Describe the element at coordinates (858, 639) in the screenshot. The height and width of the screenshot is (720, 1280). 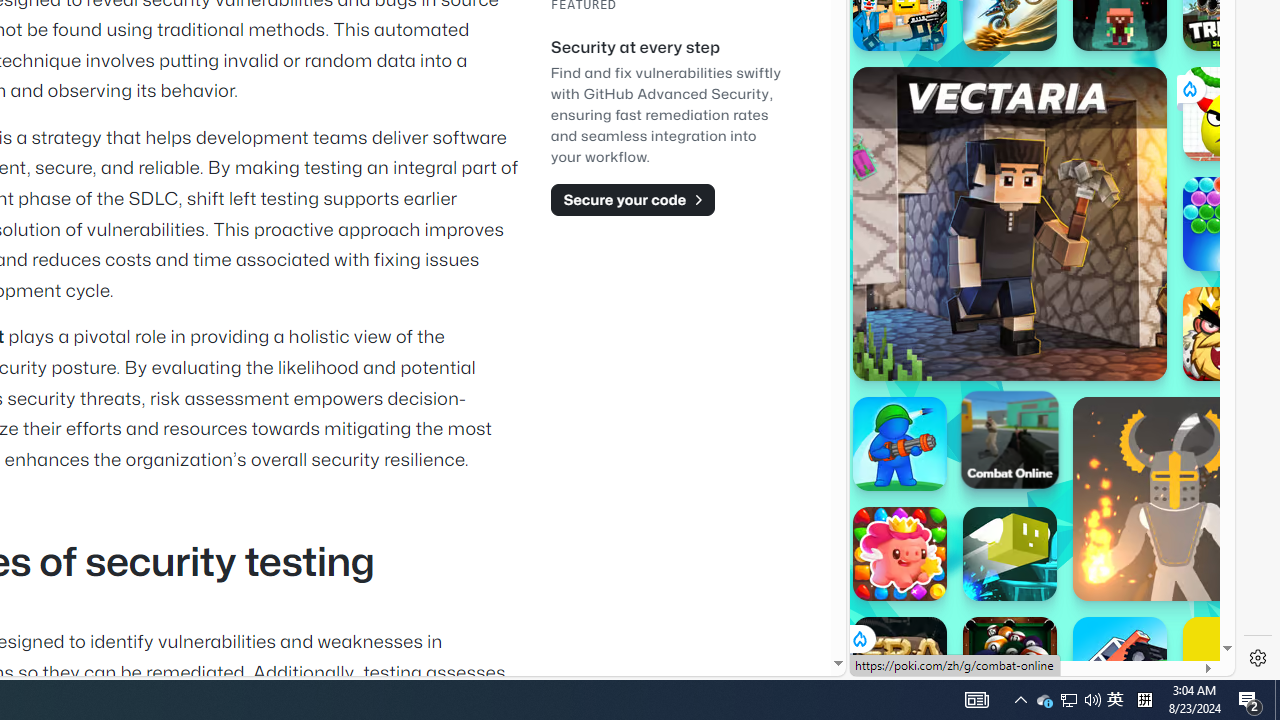
I see `'Class: rCs5cyEiqiTpYvt_VBCR'` at that location.